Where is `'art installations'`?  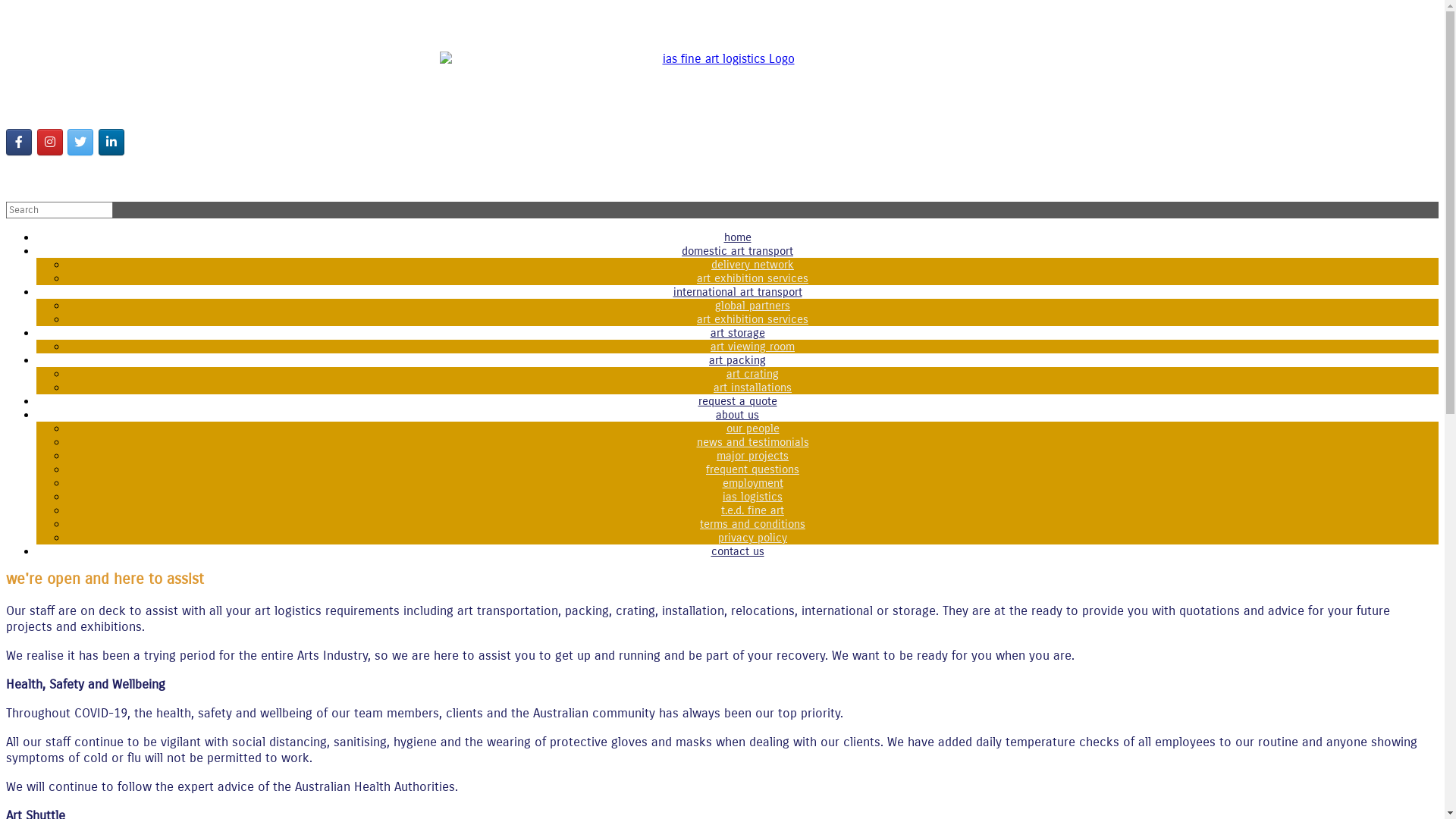
'art installations' is located at coordinates (752, 386).